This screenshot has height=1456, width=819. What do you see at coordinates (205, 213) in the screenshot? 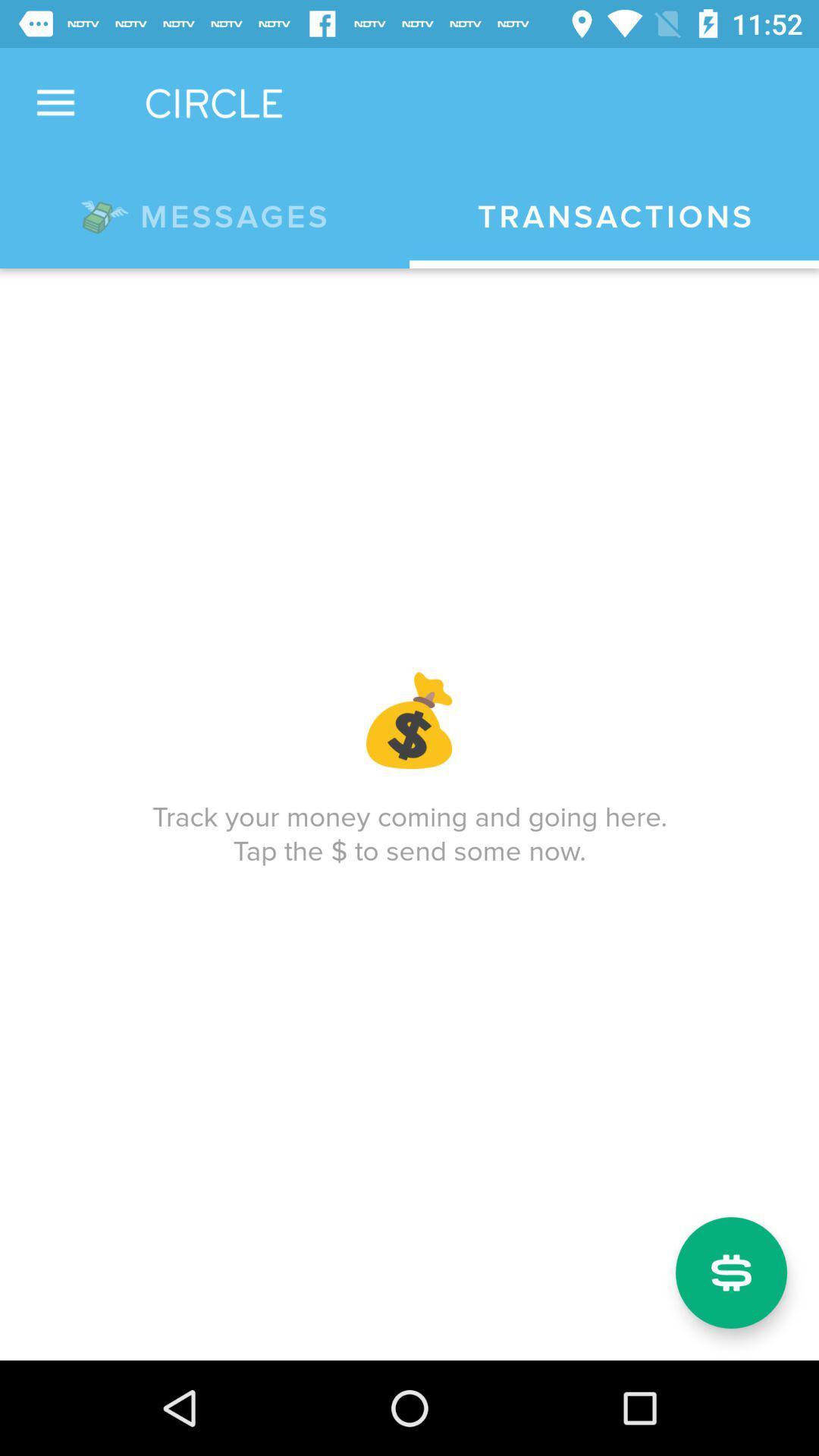
I see `the app next to the transactions icon` at bounding box center [205, 213].